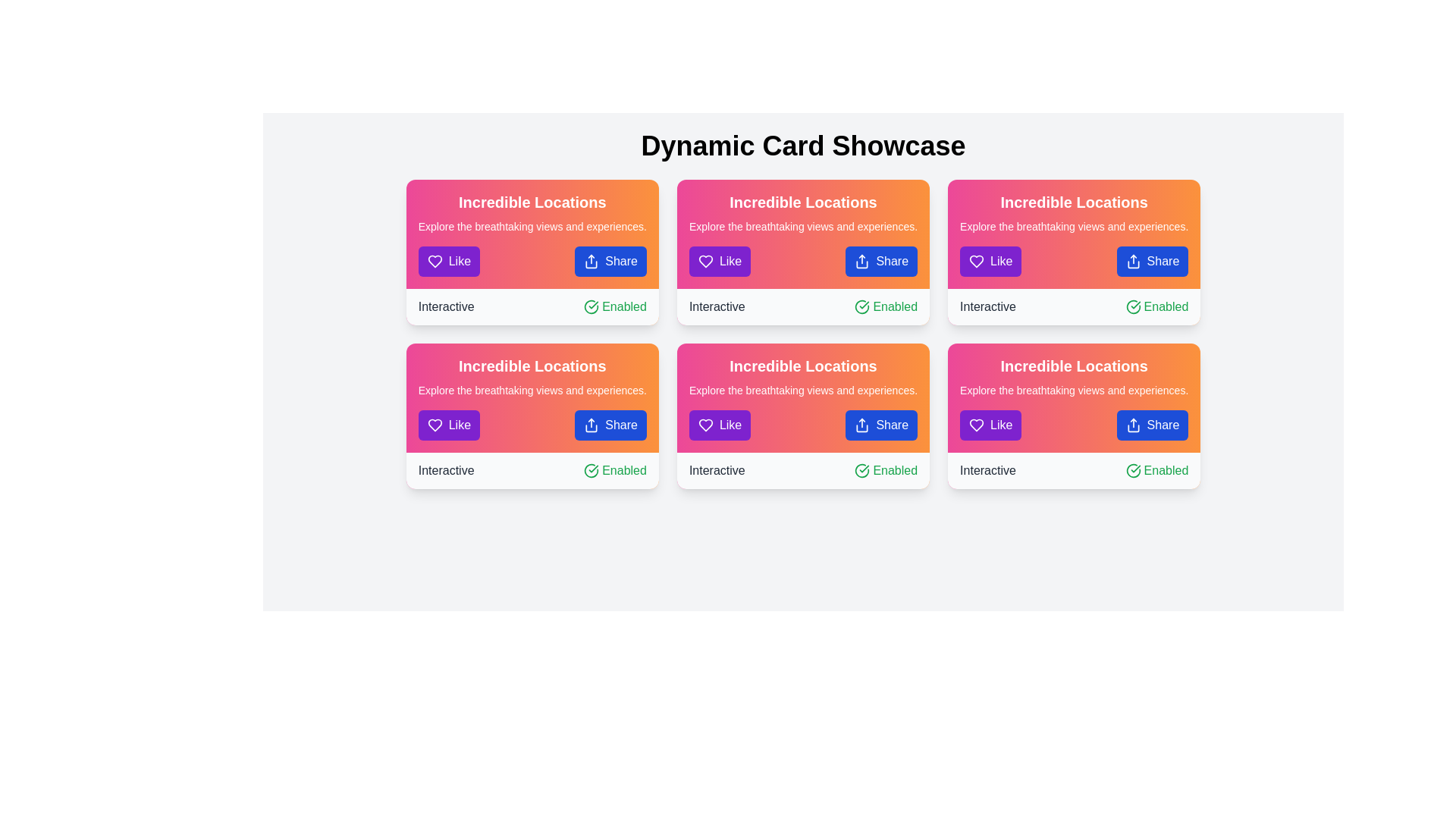 This screenshot has height=819, width=1456. Describe the element at coordinates (532, 470) in the screenshot. I see `the Informational status indicator bar located in the bottom row and leftmost column of the 2x3 grid of cards, positioned below the 'Like' and 'Share' buttons` at that location.